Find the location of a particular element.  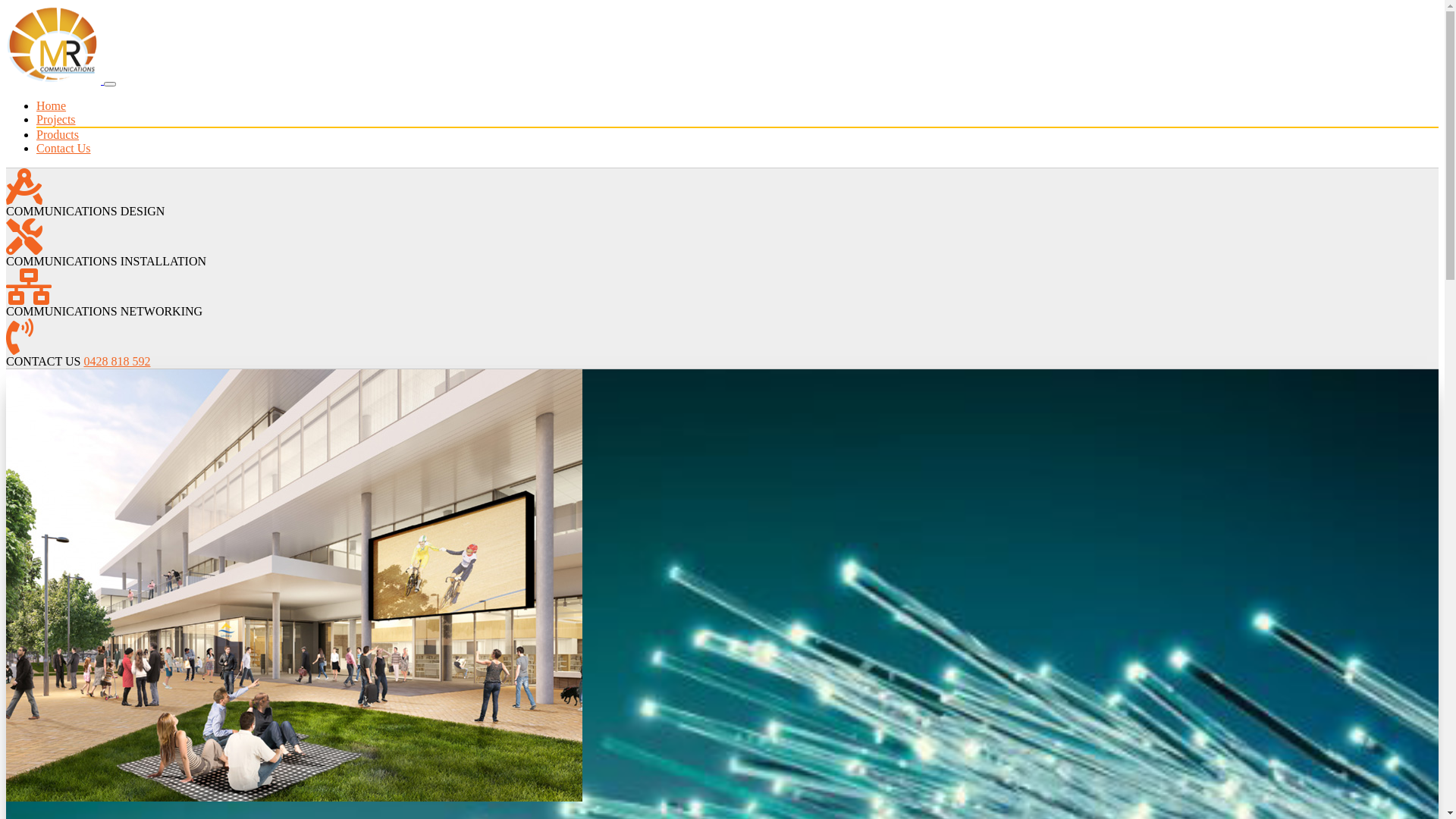

'Products' is located at coordinates (58, 133).